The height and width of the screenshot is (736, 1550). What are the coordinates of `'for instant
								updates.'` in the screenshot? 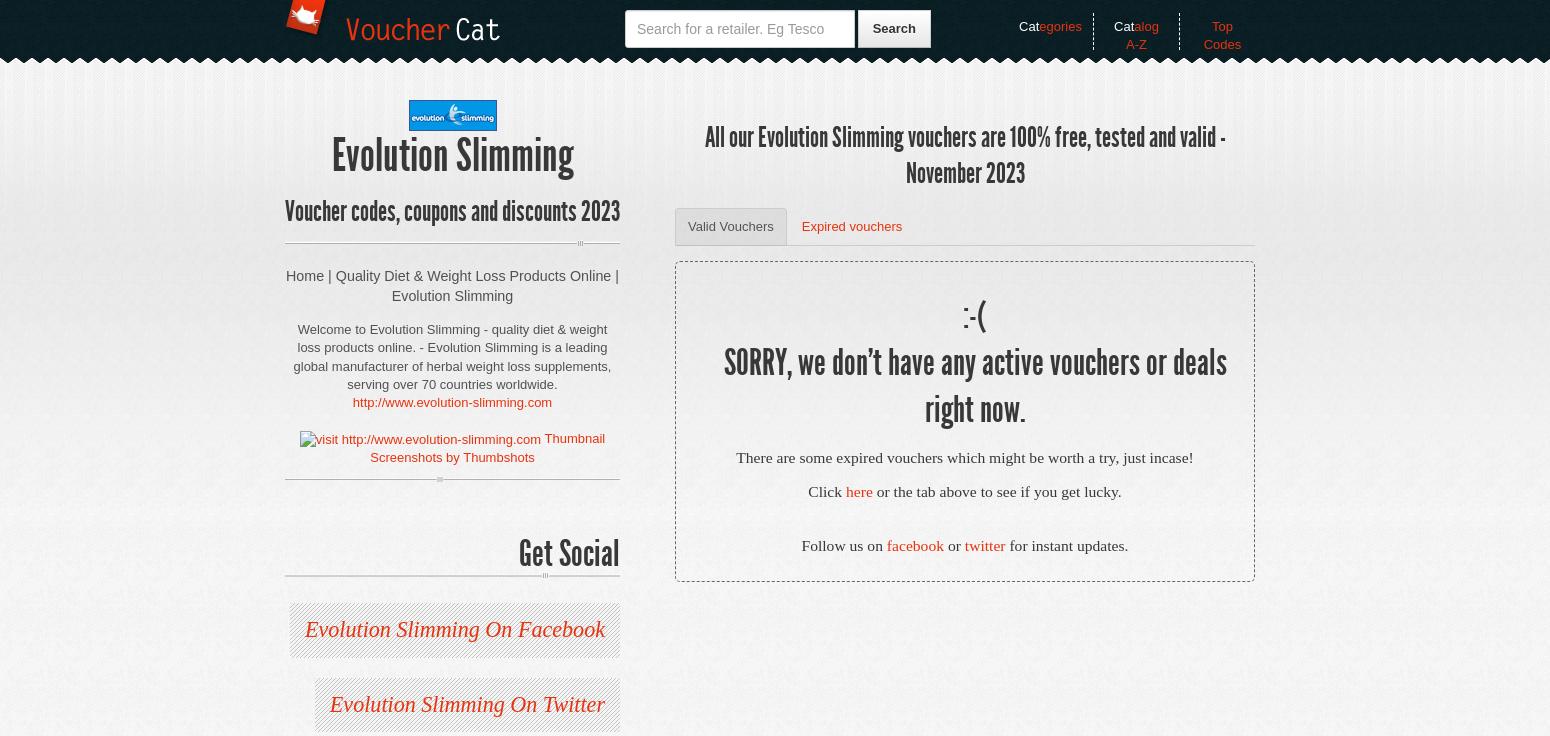 It's located at (1066, 544).